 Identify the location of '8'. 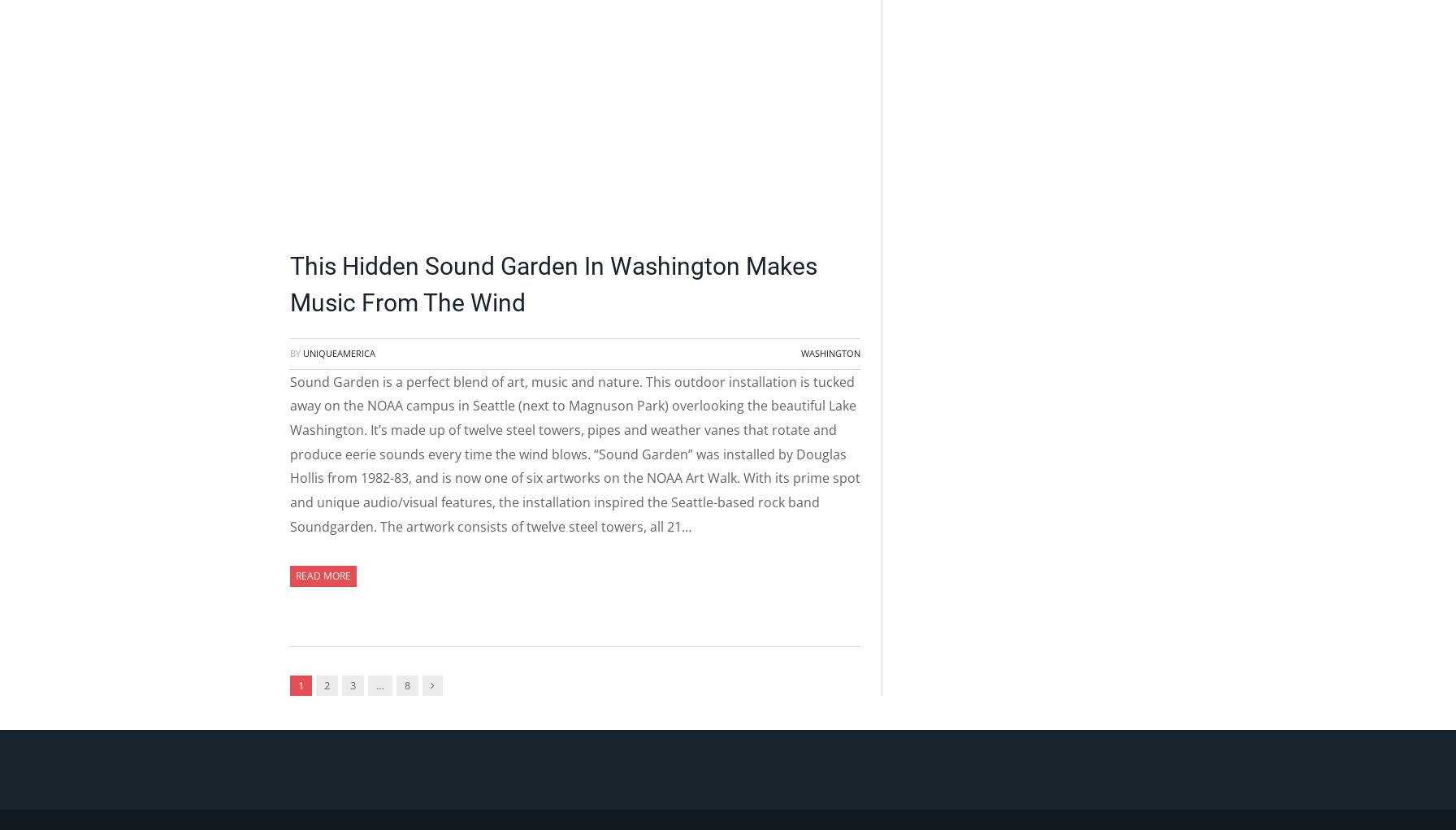
(407, 684).